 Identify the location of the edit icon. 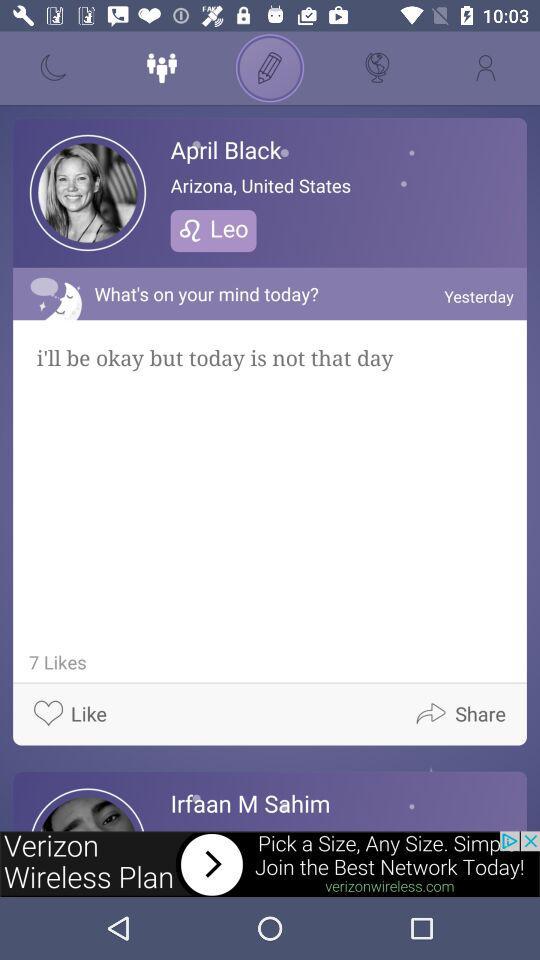
(270, 68).